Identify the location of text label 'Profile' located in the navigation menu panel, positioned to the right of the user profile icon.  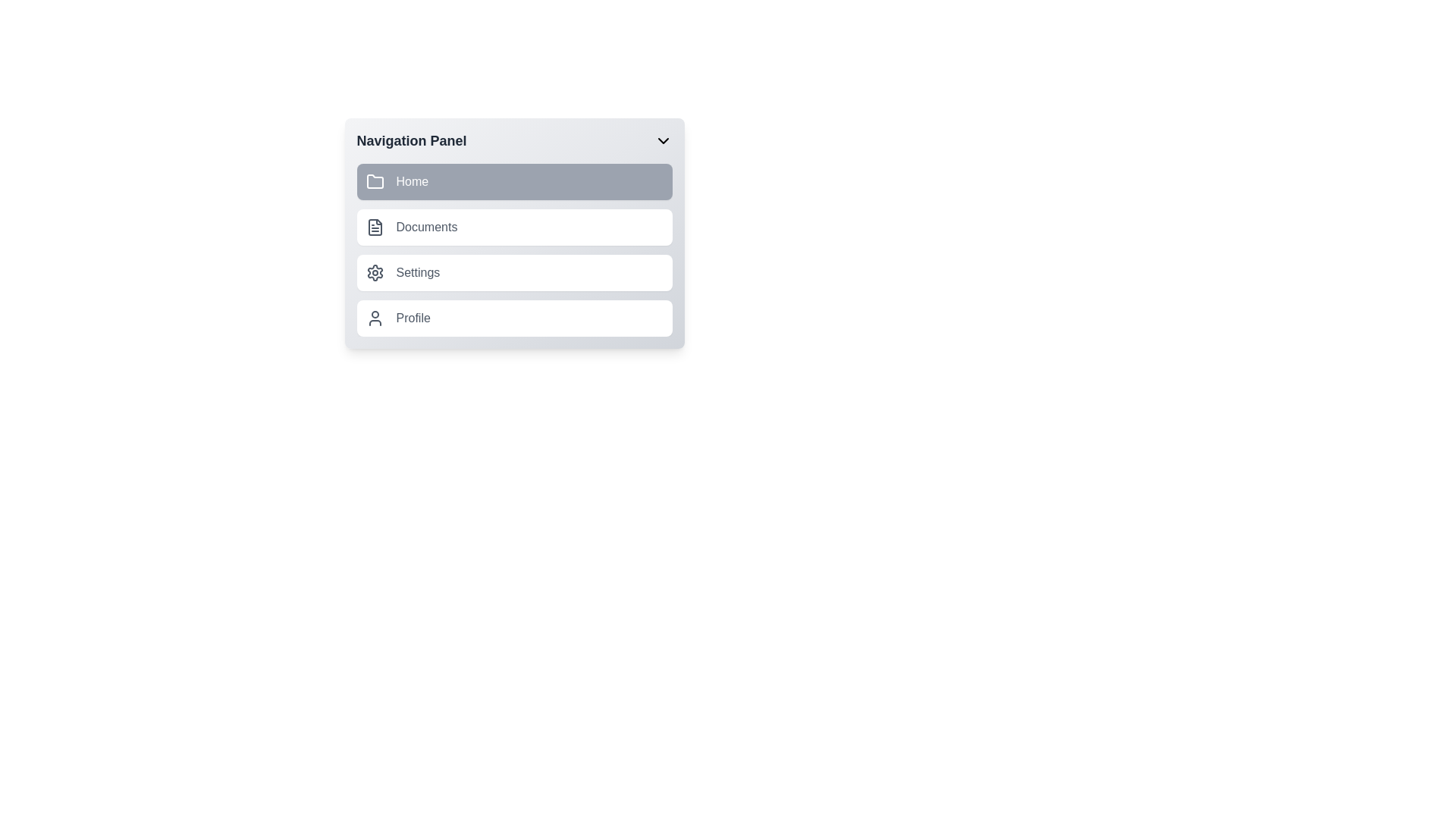
(413, 318).